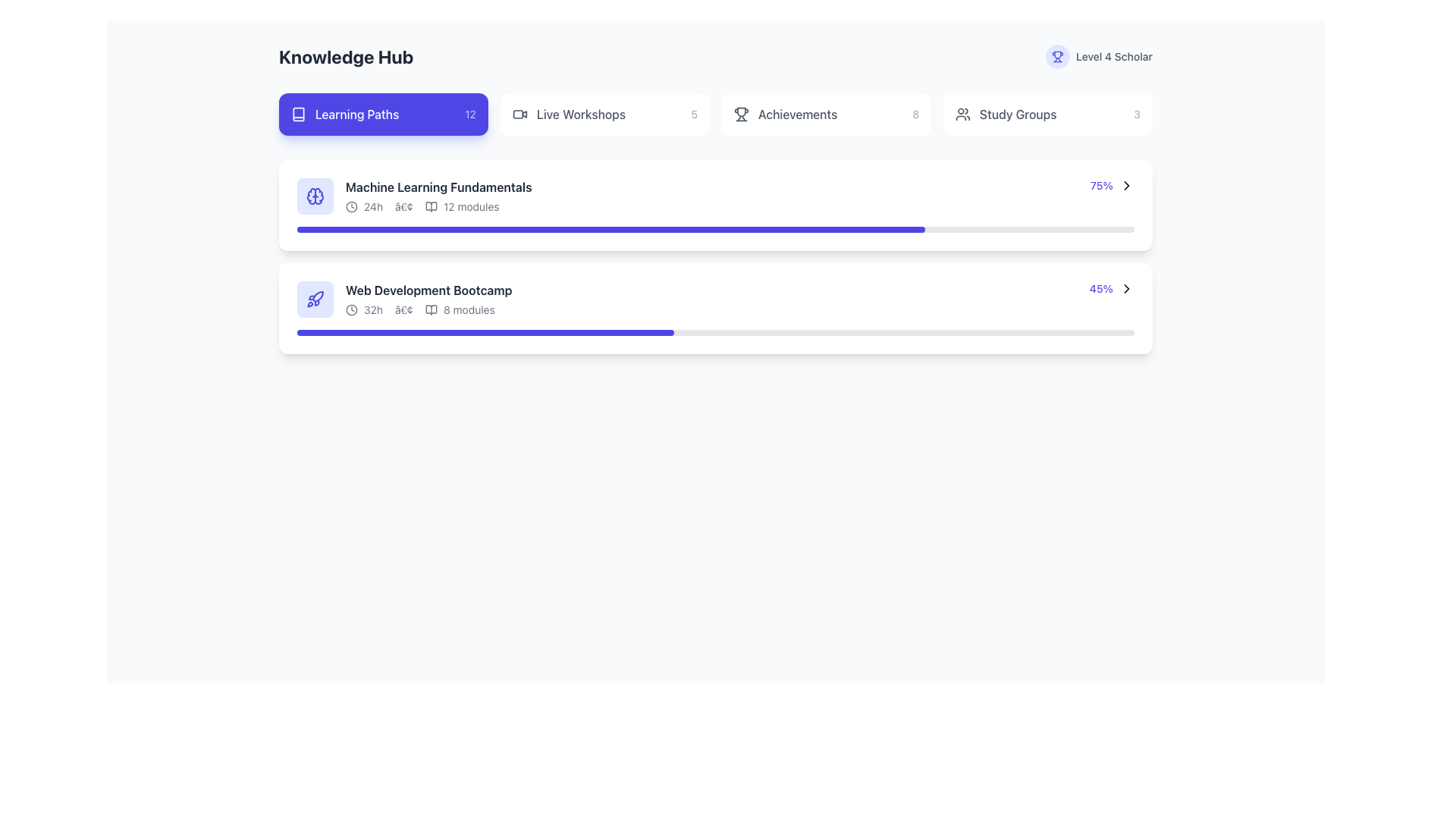 Image resolution: width=1456 pixels, height=819 pixels. What do you see at coordinates (715, 332) in the screenshot?
I see `the progress bar located under the 'Web Development Bootcamp' entry, which is styled with a gray background and a partially filled dark blue section, positioned at the bottom of the second card in the list` at bounding box center [715, 332].